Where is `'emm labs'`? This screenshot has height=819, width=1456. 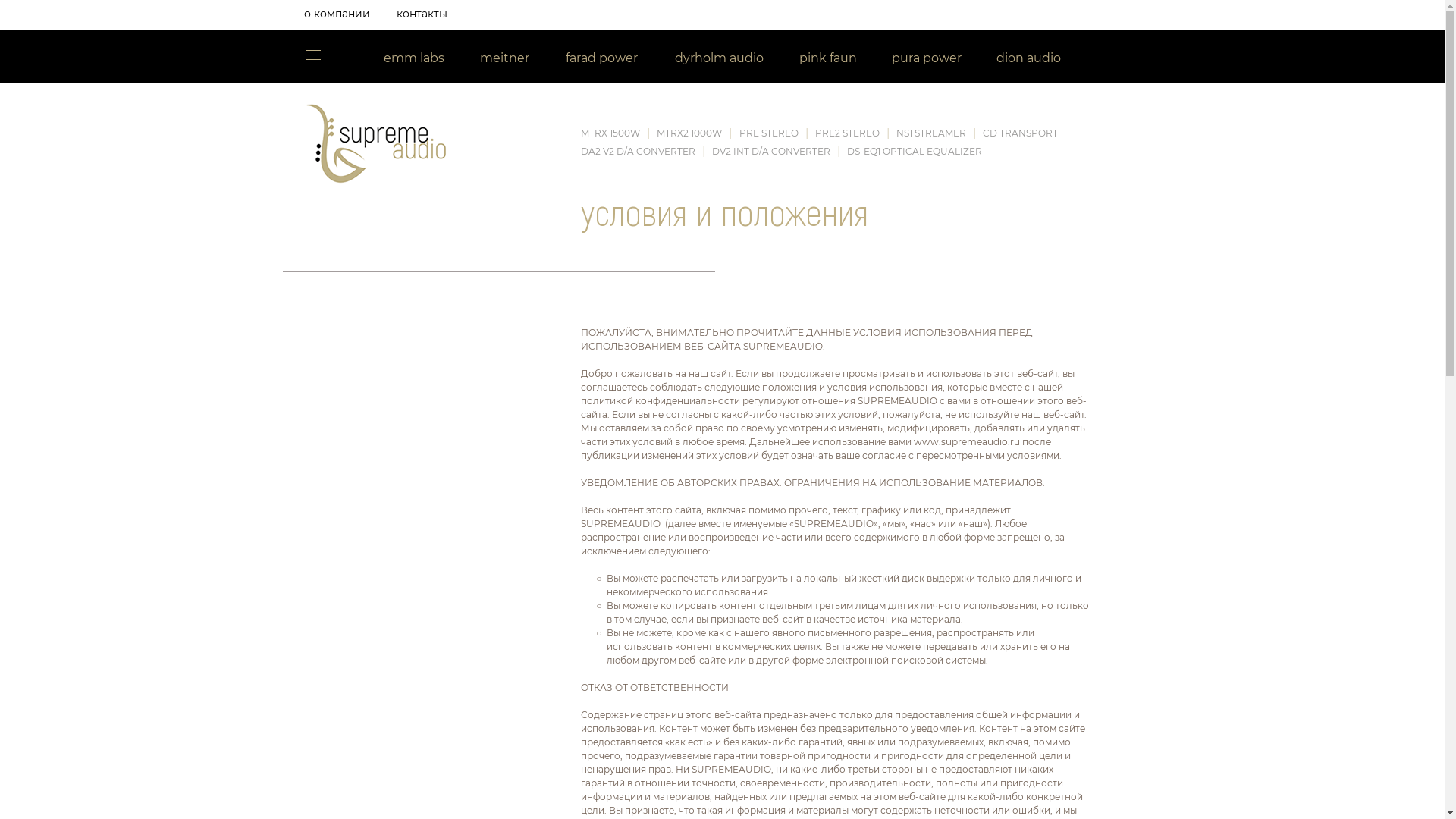 'emm labs' is located at coordinates (414, 58).